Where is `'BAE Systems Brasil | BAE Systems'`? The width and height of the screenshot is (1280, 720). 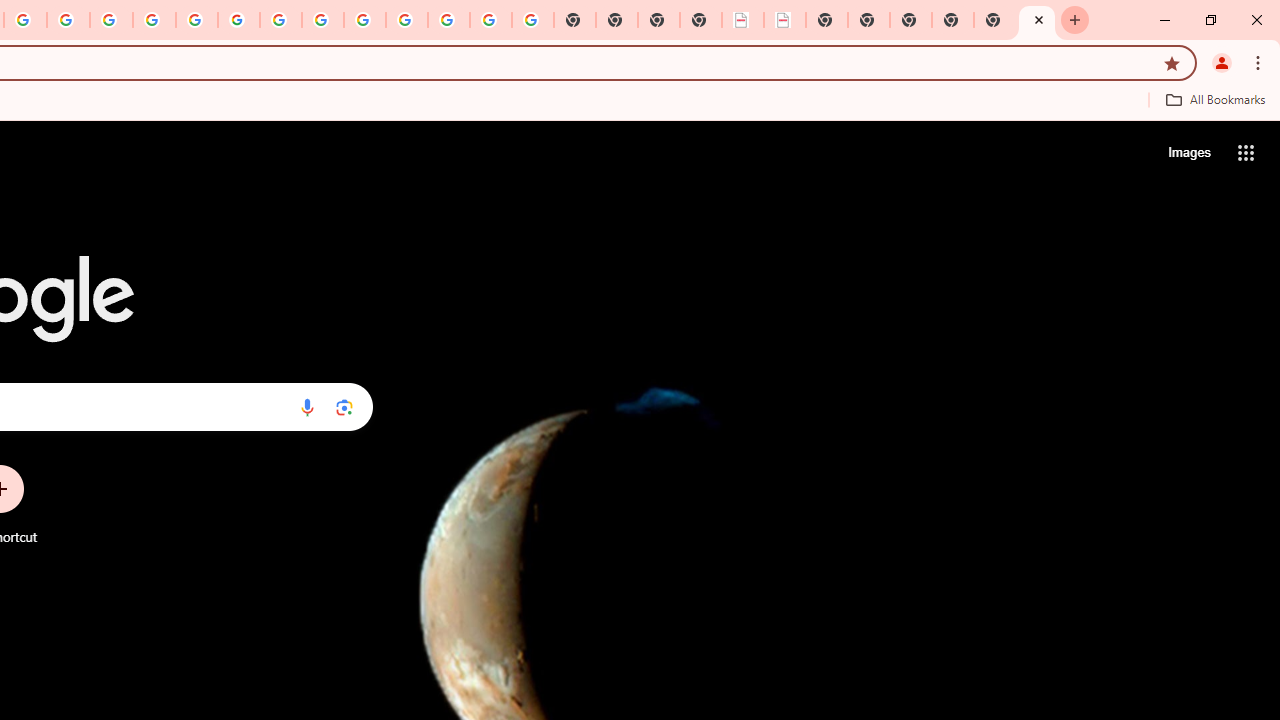
'BAE Systems Brasil | BAE Systems' is located at coordinates (784, 20).